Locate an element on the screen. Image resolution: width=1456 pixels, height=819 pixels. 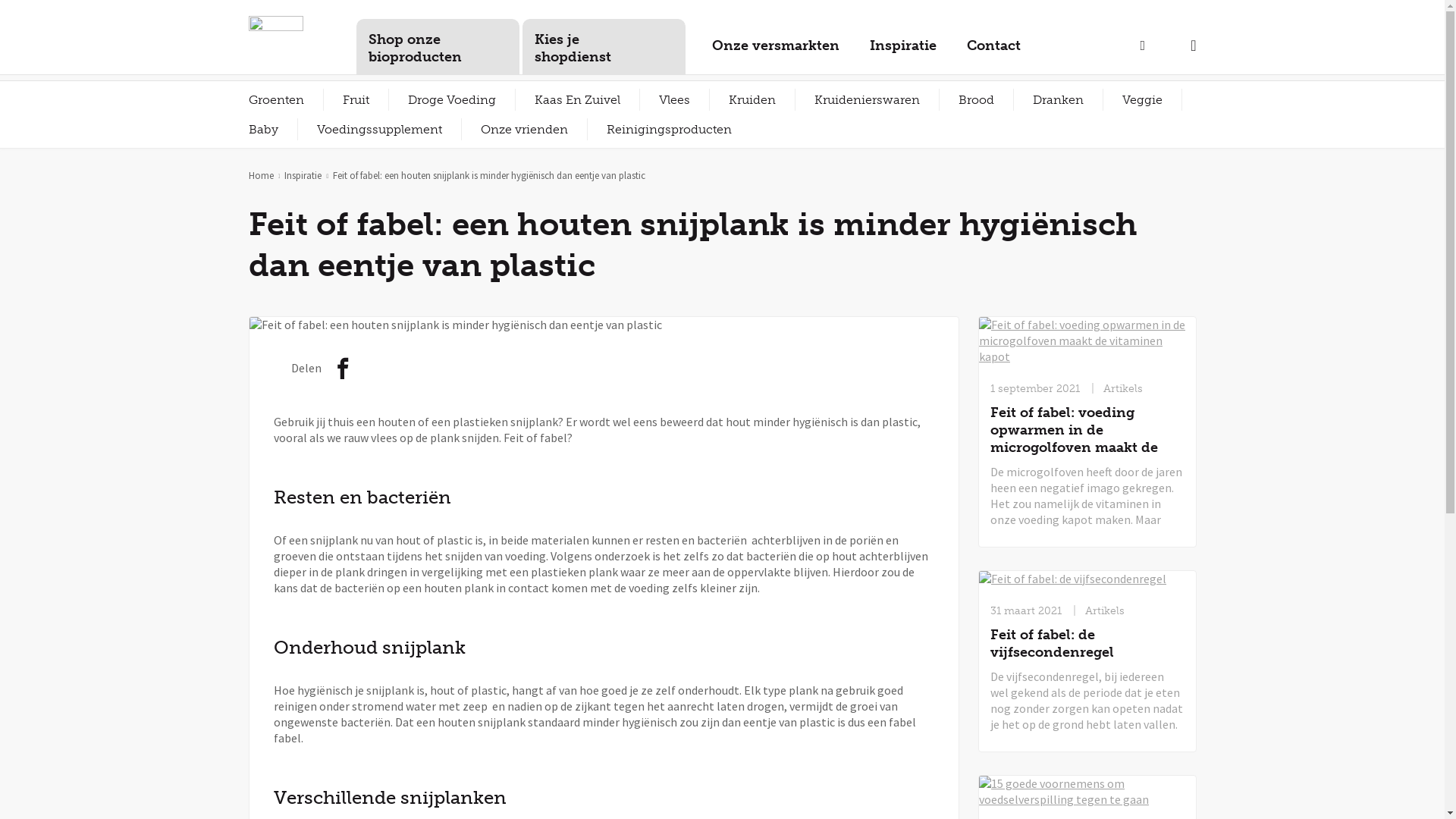
'Veggie' is located at coordinates (1141, 99).